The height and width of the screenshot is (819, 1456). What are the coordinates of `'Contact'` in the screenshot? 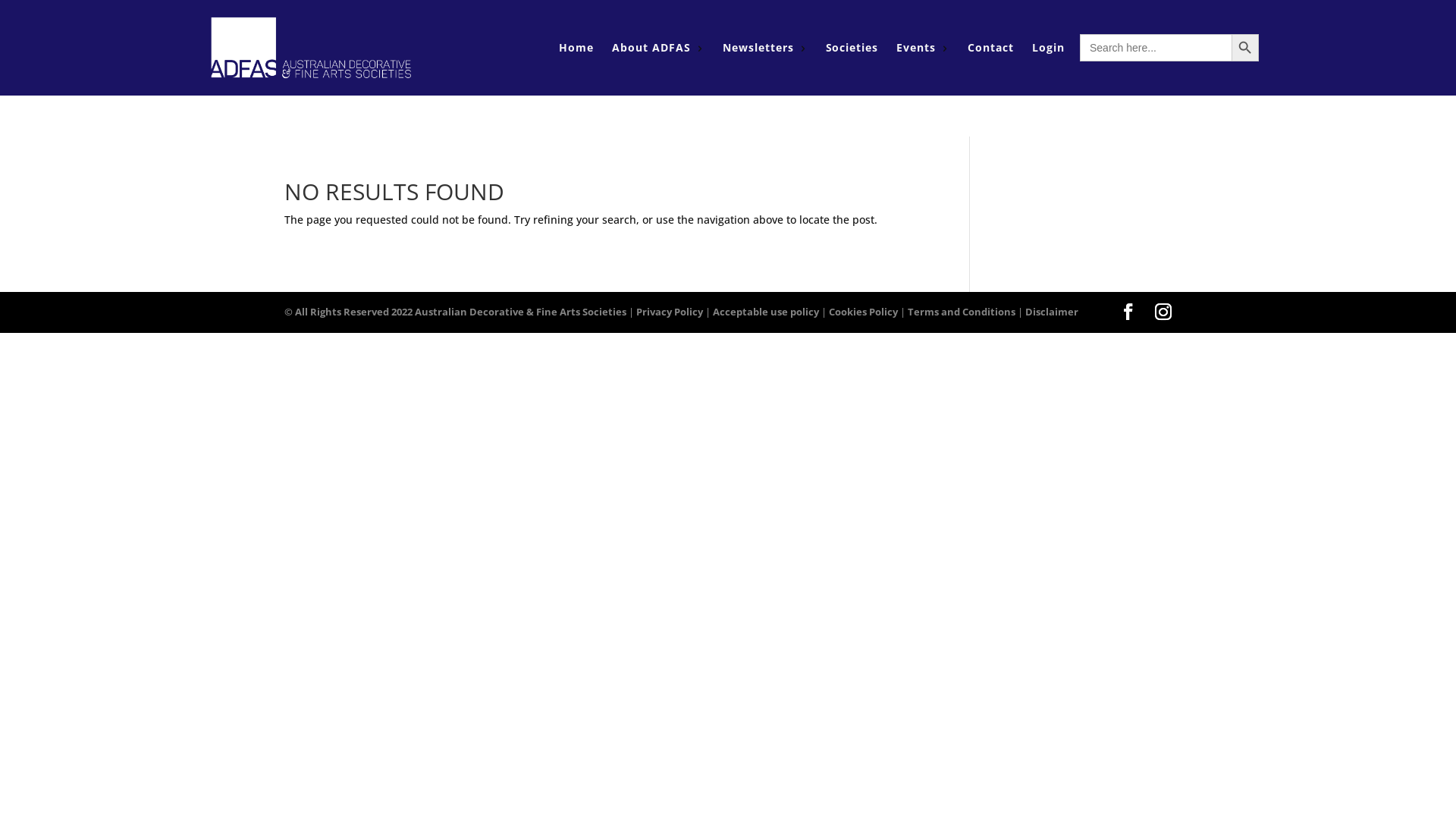 It's located at (990, 46).